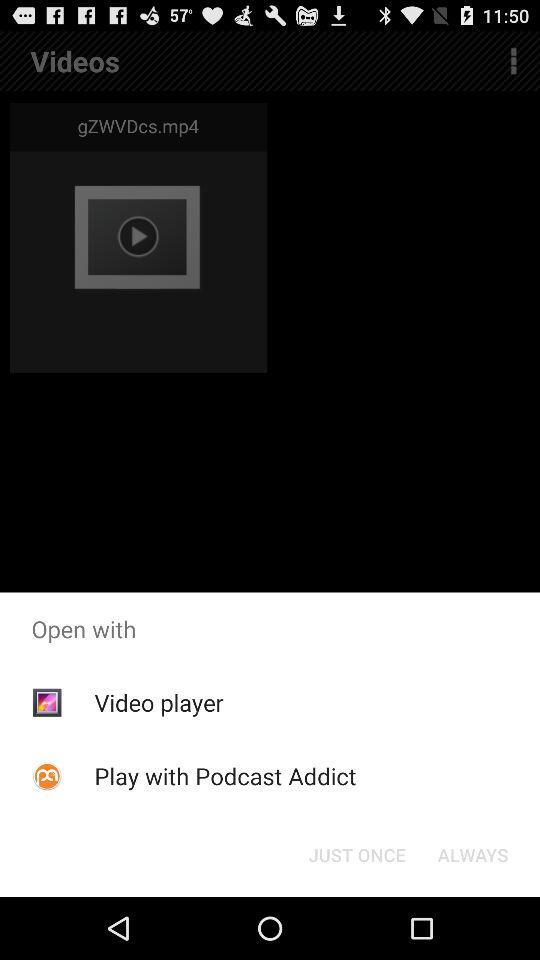 This screenshot has height=960, width=540. What do you see at coordinates (224, 775) in the screenshot?
I see `play with podcast item` at bounding box center [224, 775].